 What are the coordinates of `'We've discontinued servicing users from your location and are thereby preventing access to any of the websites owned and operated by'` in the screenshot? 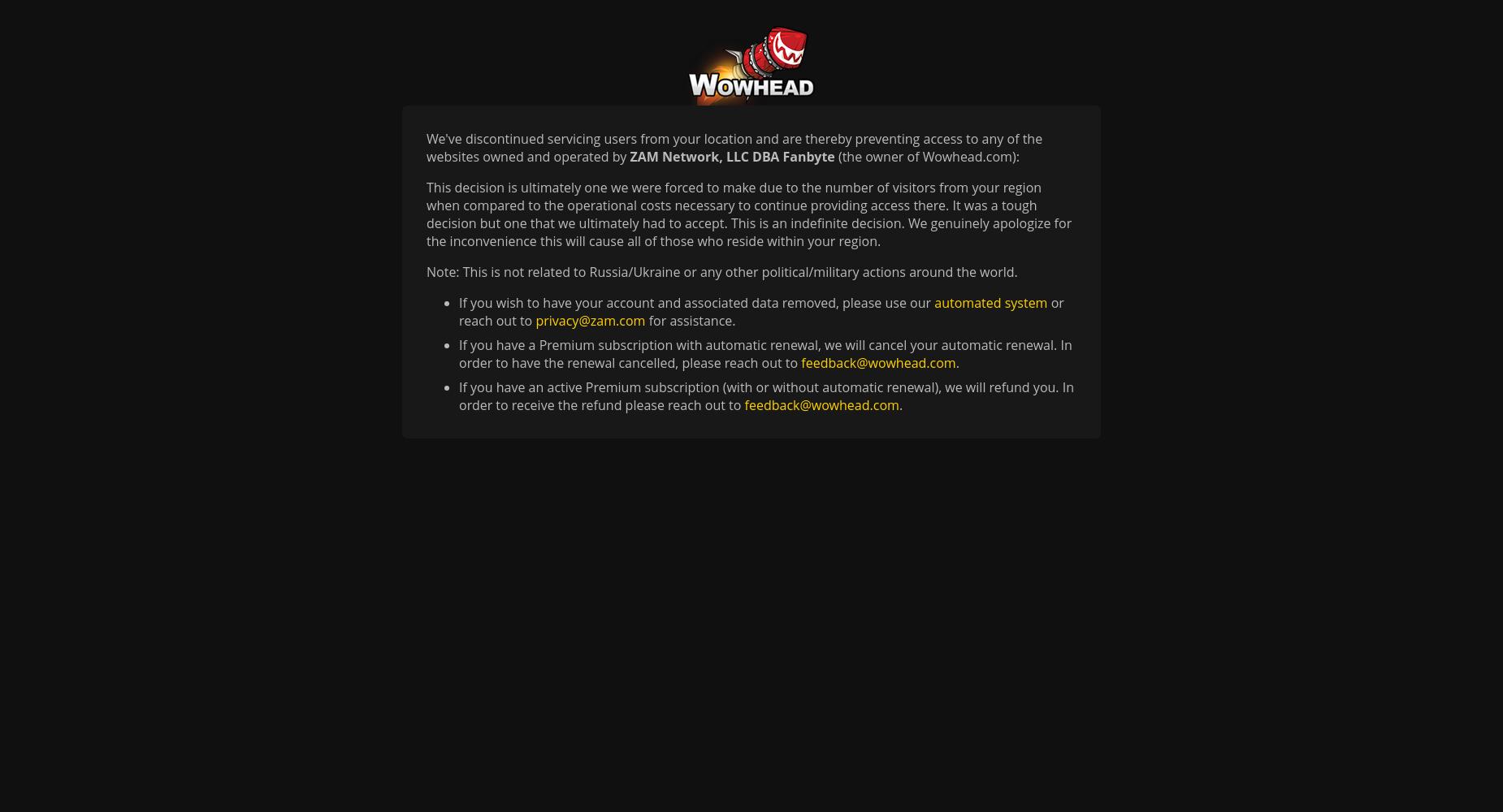 It's located at (734, 148).